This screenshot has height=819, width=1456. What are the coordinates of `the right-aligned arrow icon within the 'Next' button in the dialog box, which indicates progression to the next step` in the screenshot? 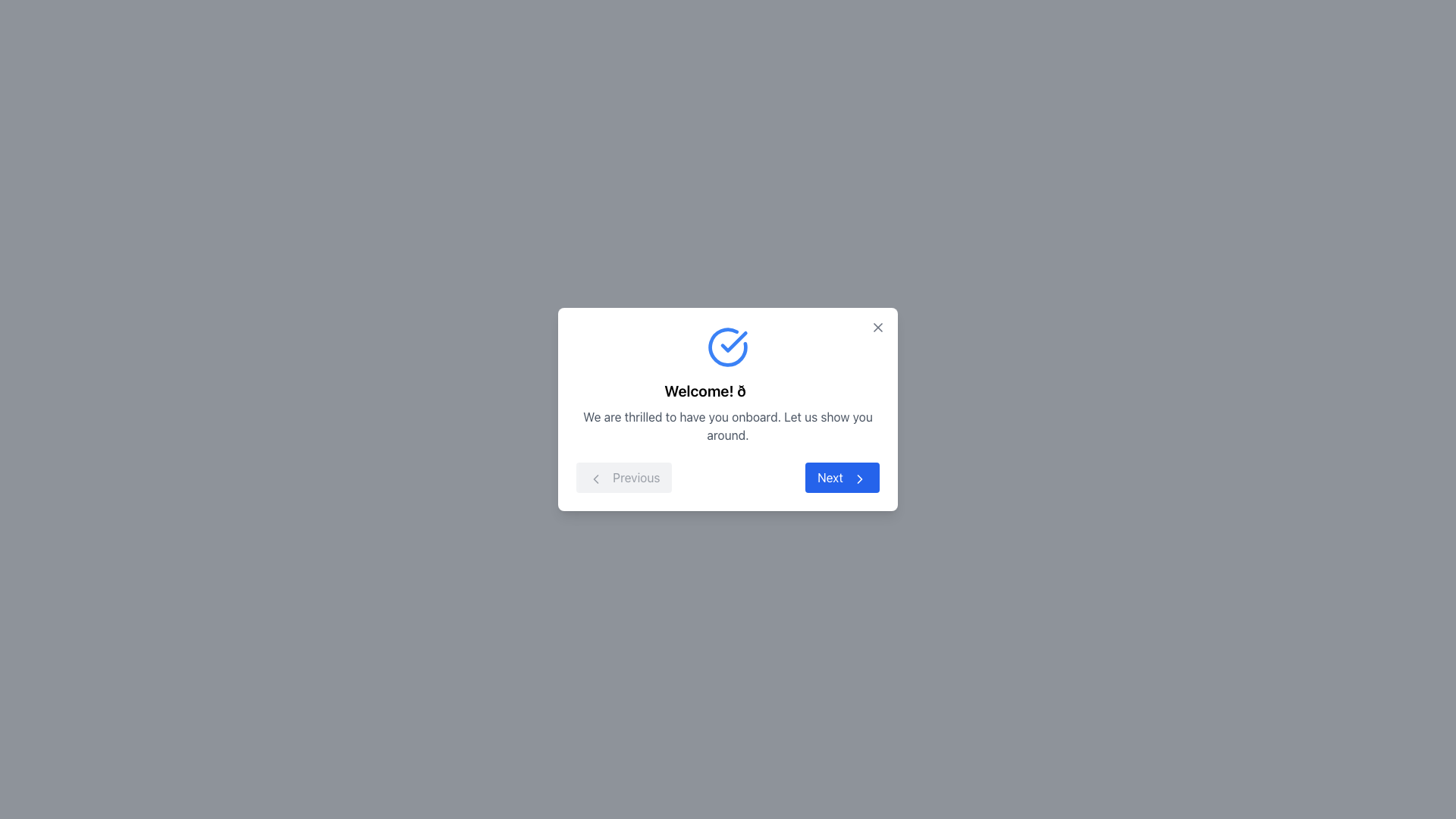 It's located at (859, 479).